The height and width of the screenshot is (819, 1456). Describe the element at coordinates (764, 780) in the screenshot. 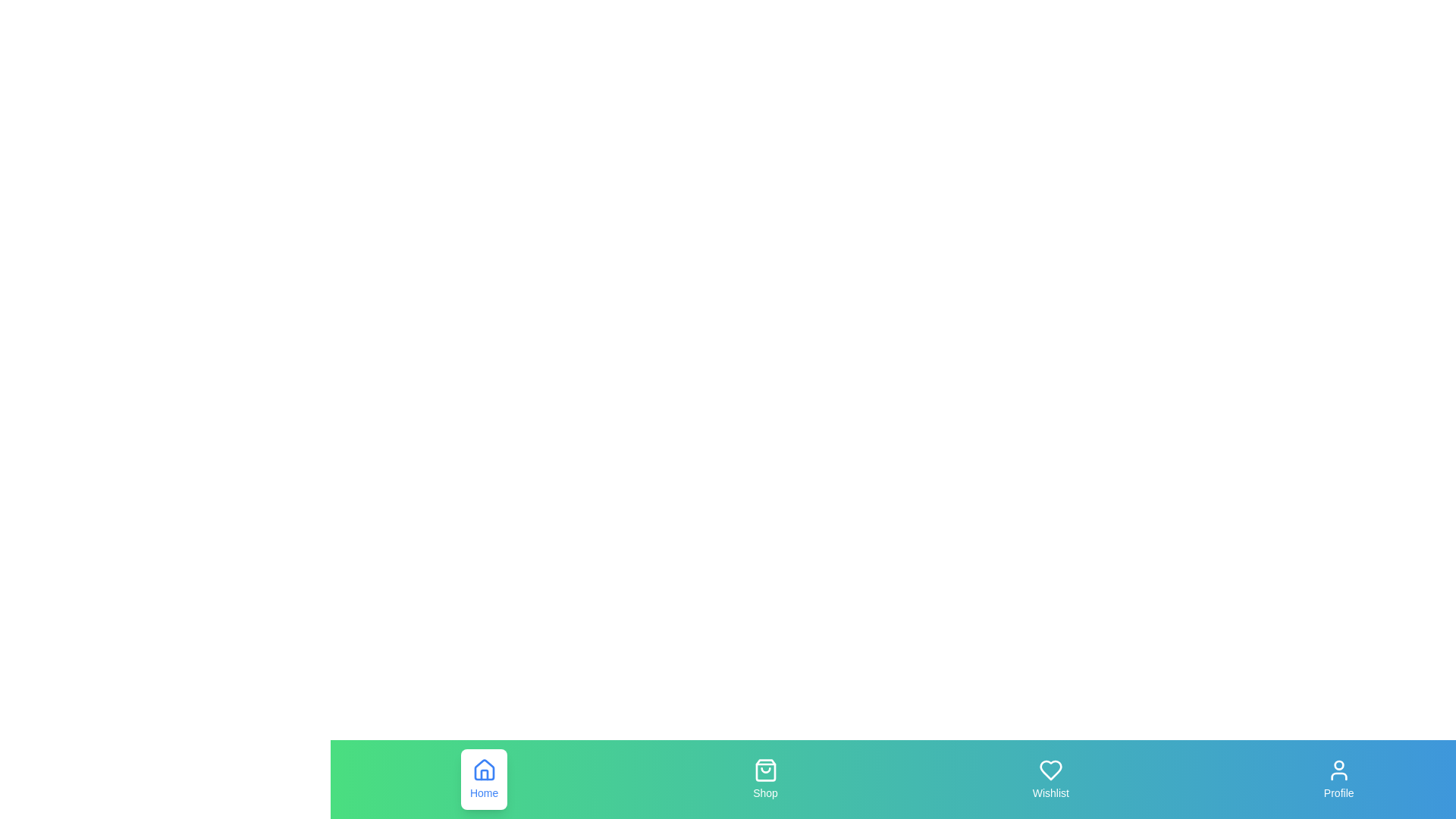

I see `the Shop tab in the bottom navigation` at that location.